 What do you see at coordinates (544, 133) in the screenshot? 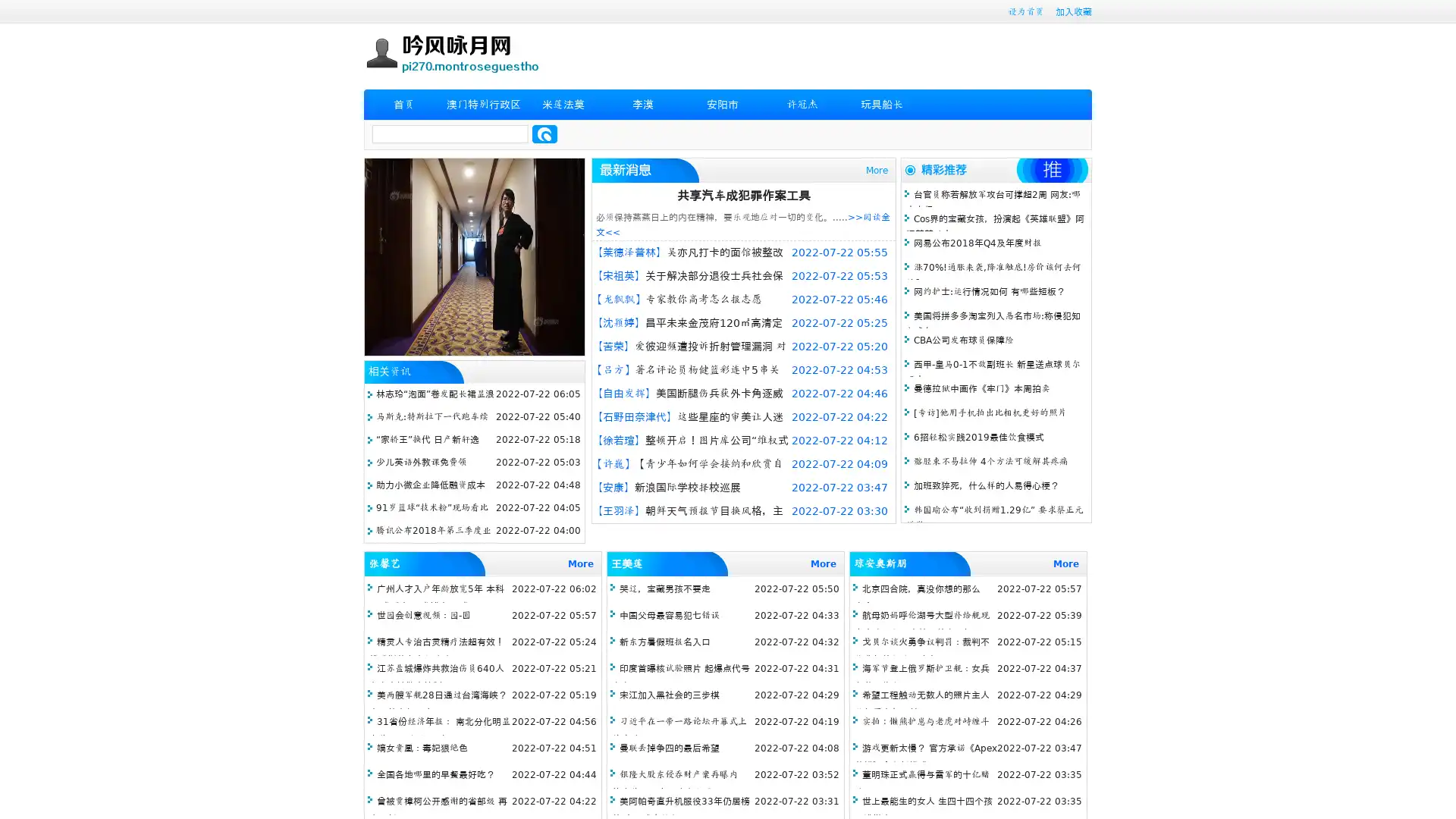
I see `Search` at bounding box center [544, 133].